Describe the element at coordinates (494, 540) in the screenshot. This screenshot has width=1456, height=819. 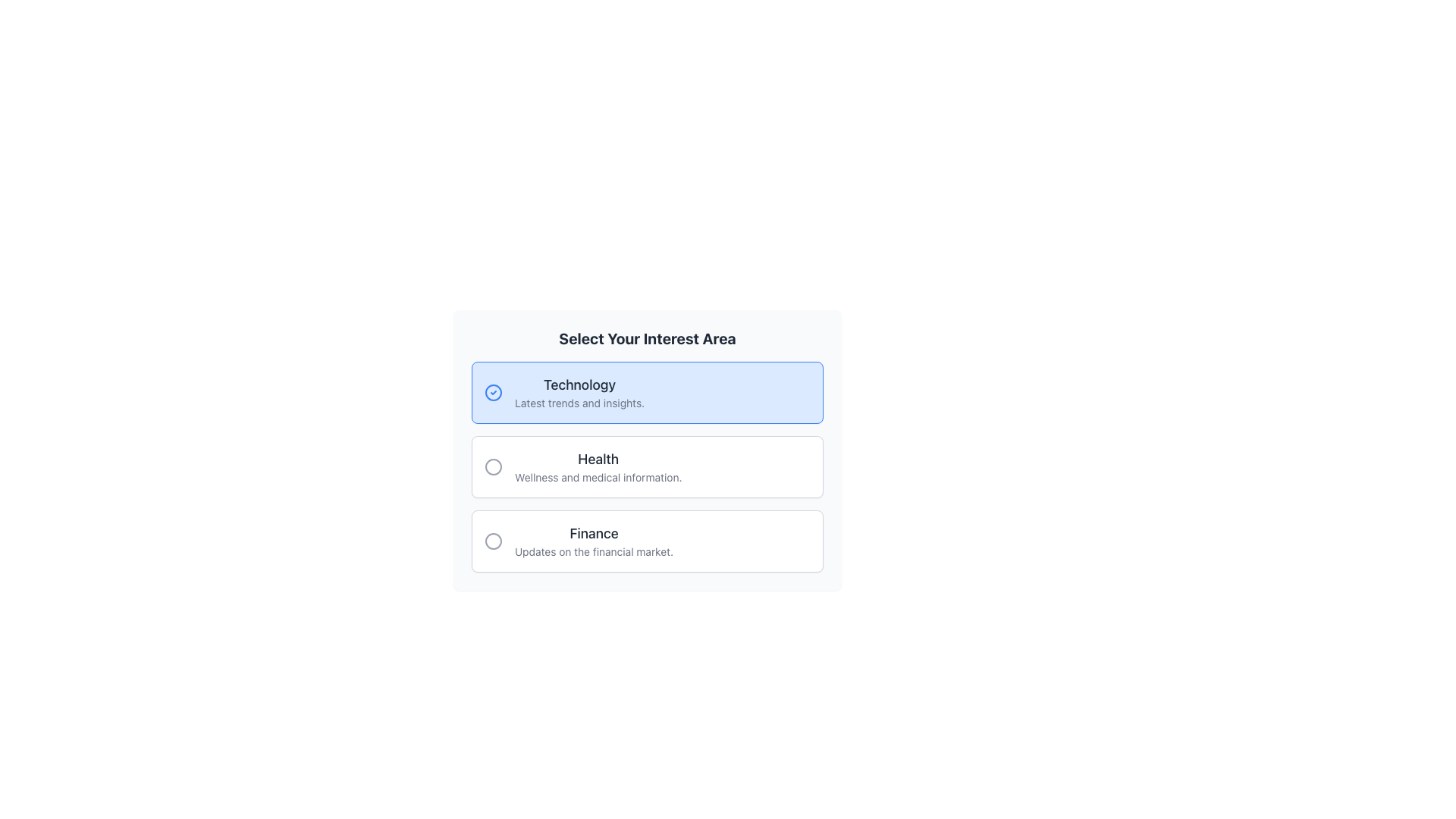
I see `the radio button next to the 'Finance' option located at the bottom of the selection list for interaction` at that location.